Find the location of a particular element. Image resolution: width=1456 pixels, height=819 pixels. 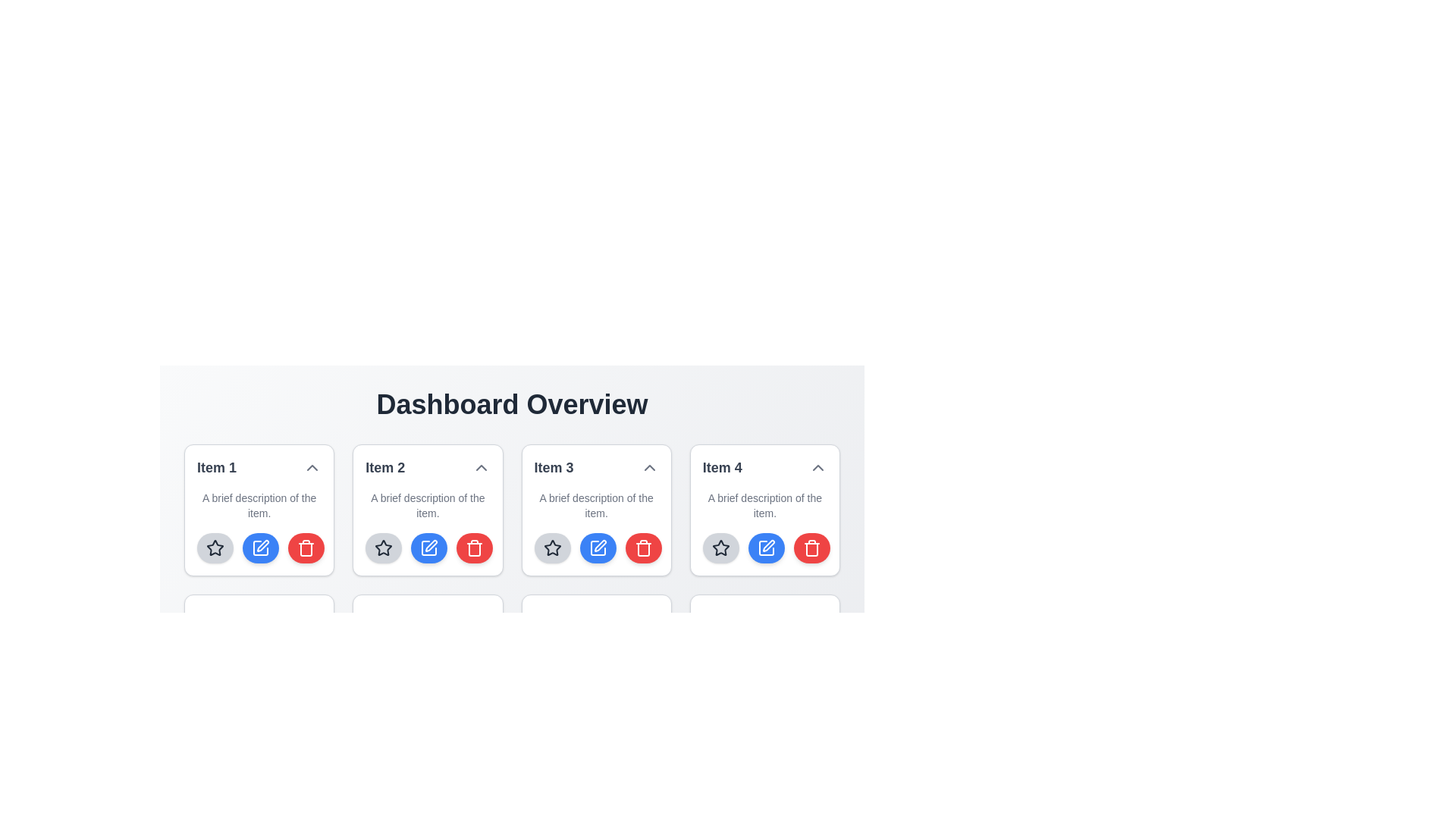

the Edit Icon Button located in the center of the settings icons beneath the card labeled 'Item 2' to invoke the editing functionality is located at coordinates (261, 548).